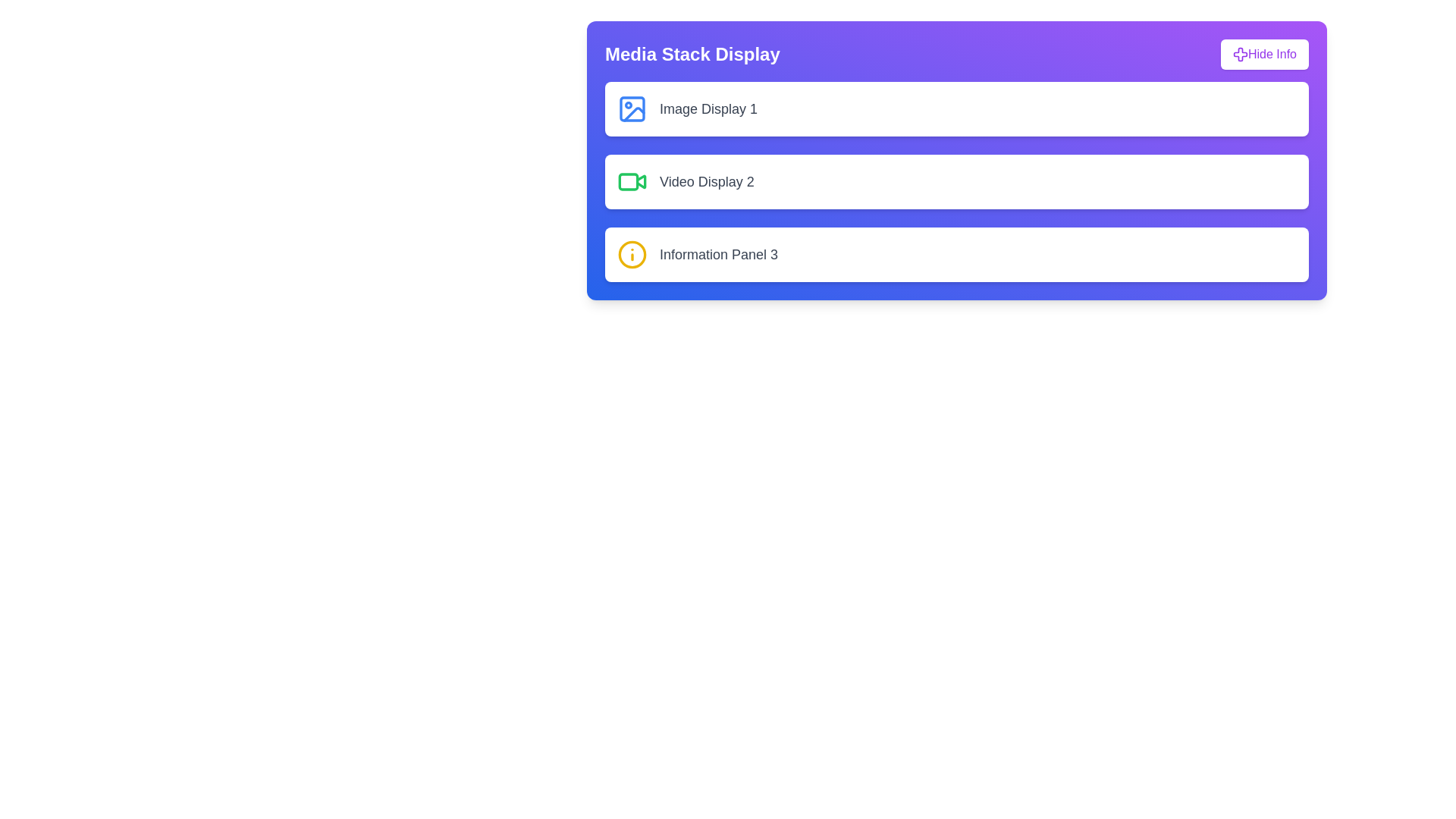 The width and height of the screenshot is (1456, 819). I want to click on the graphical circle element that enhances the design of the information icon in the 'Information Panel 3', located on the leftmost side of the panel, so click(632, 253).